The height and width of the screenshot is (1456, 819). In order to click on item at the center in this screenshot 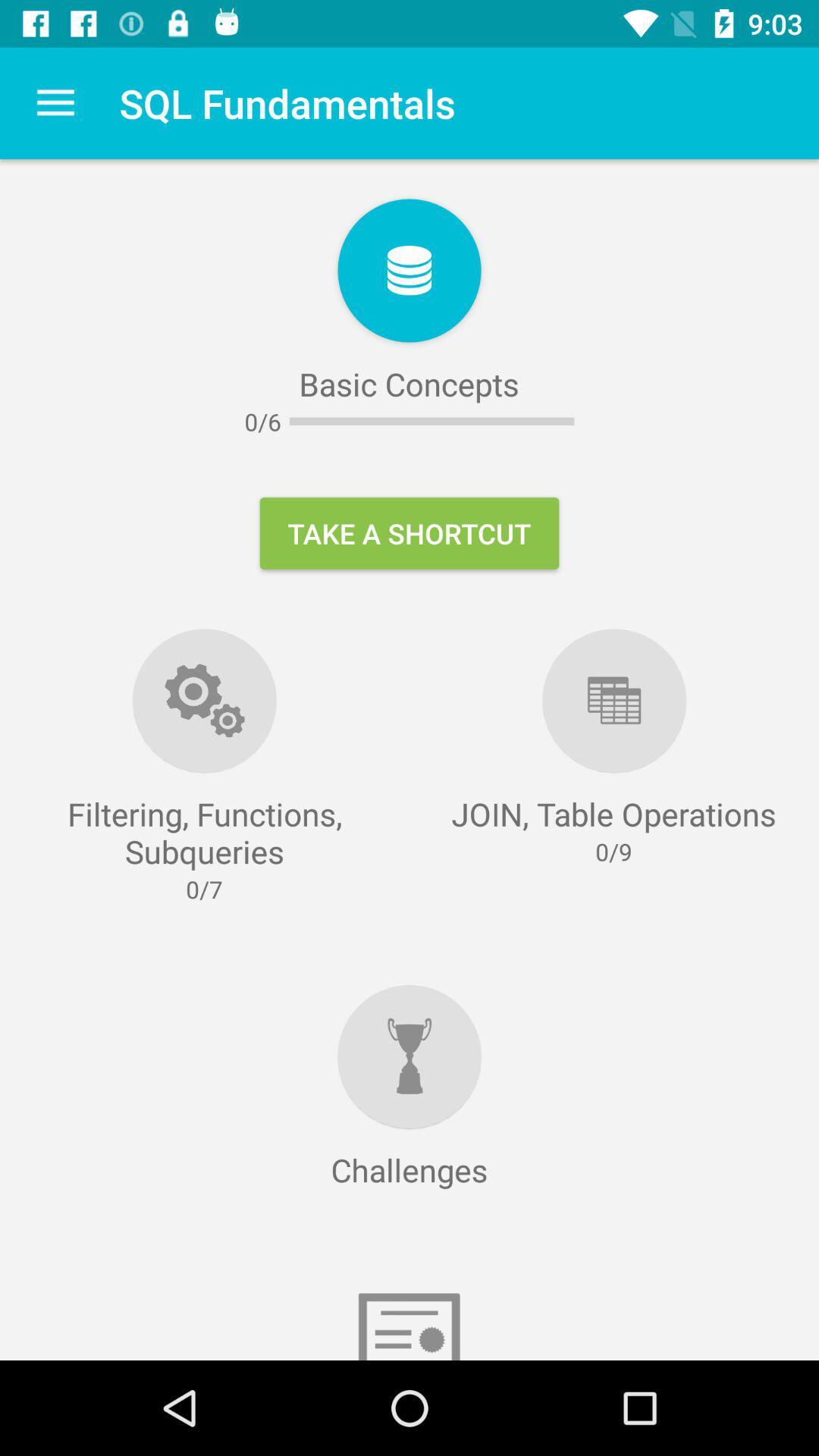, I will do `click(409, 533)`.